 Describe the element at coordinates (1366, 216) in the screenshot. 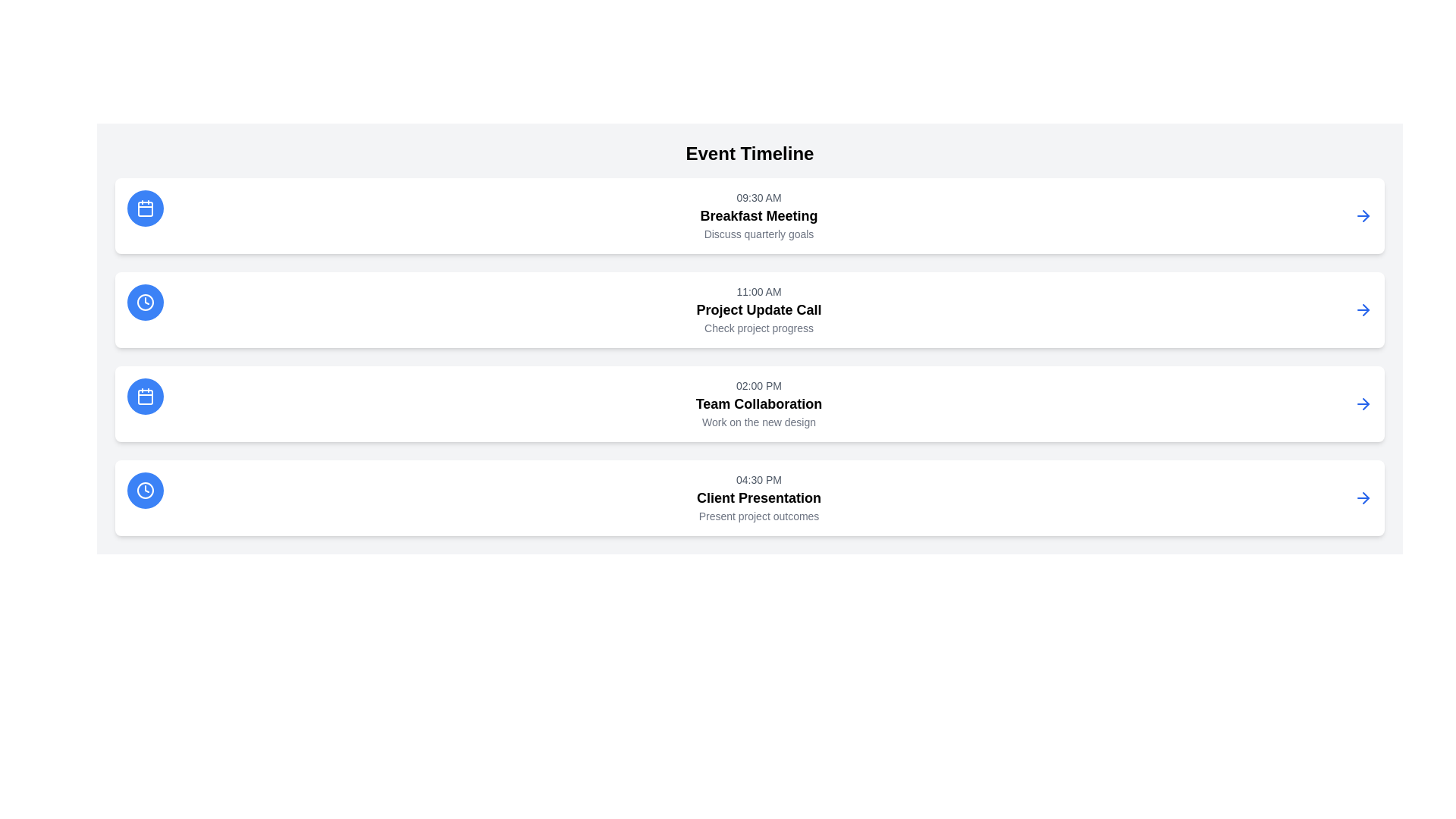

I see `the rightward-pointing arrow icon located at the extreme right of the first row in a vertically stacked list of interactive event items` at that location.